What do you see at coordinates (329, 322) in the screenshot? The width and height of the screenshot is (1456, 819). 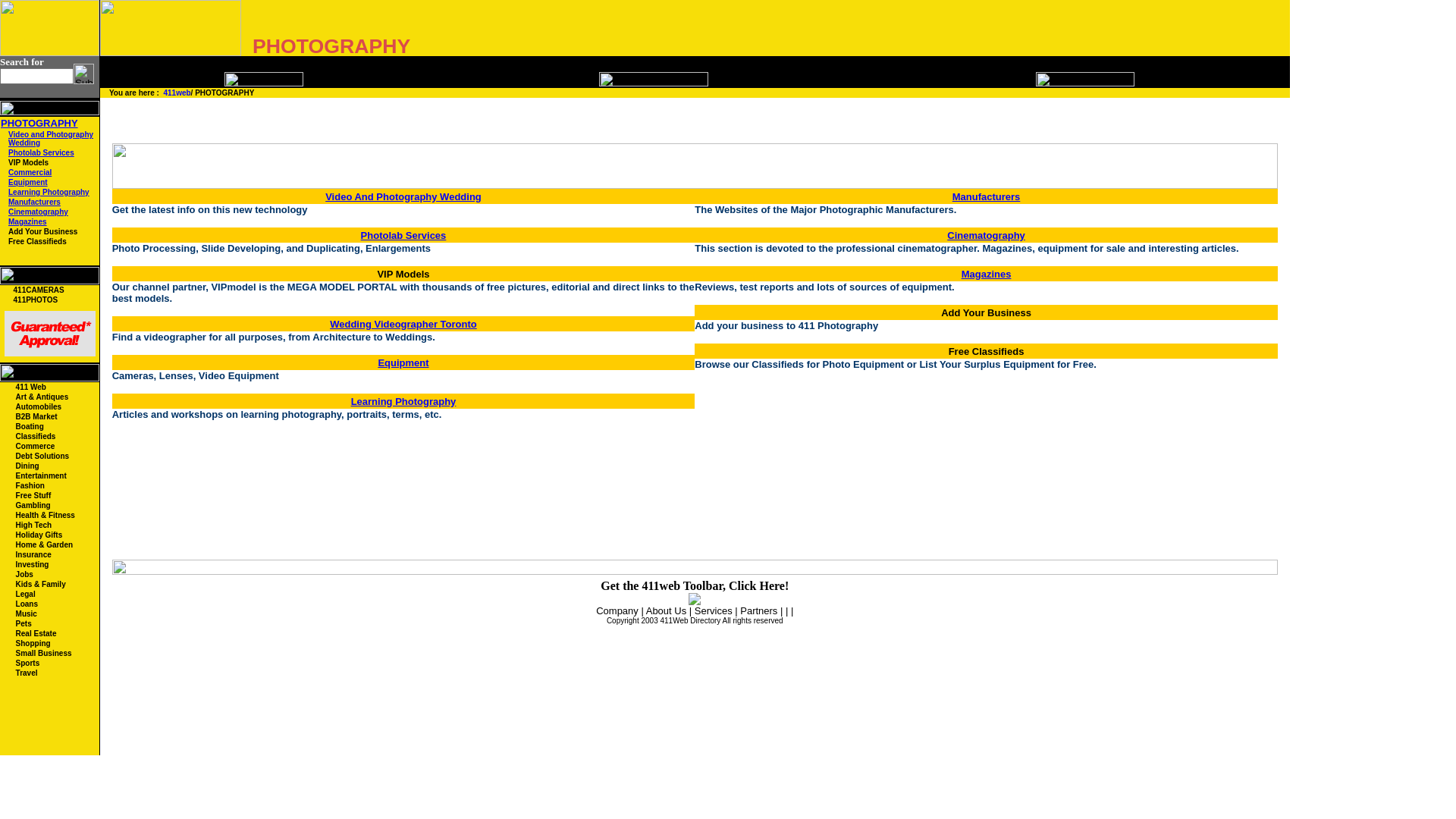 I see `'Wedding Videographer Toronto'` at bounding box center [329, 322].